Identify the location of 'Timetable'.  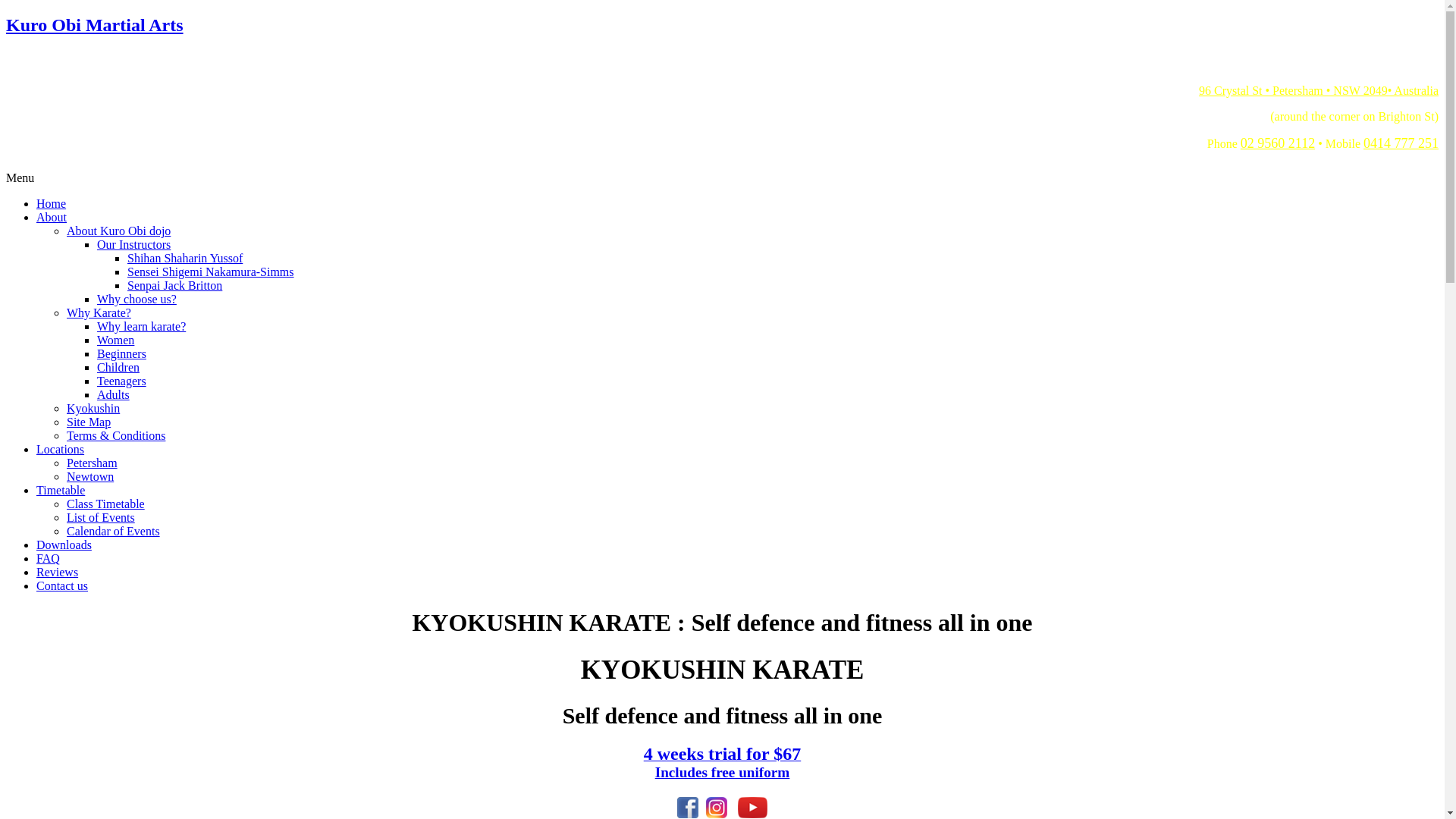
(36, 490).